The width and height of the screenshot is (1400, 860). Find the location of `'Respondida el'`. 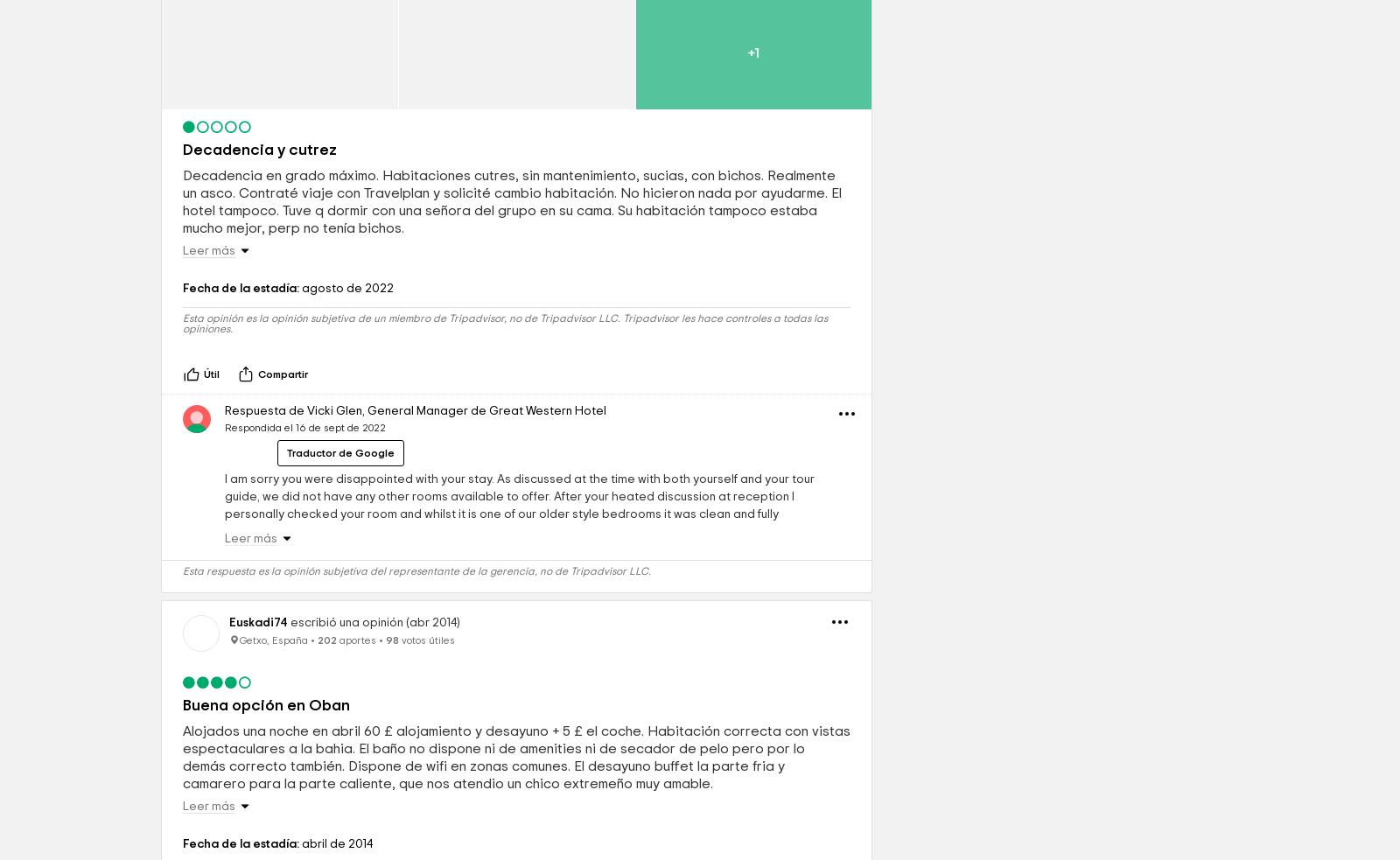

'Respondida el' is located at coordinates (260, 549).